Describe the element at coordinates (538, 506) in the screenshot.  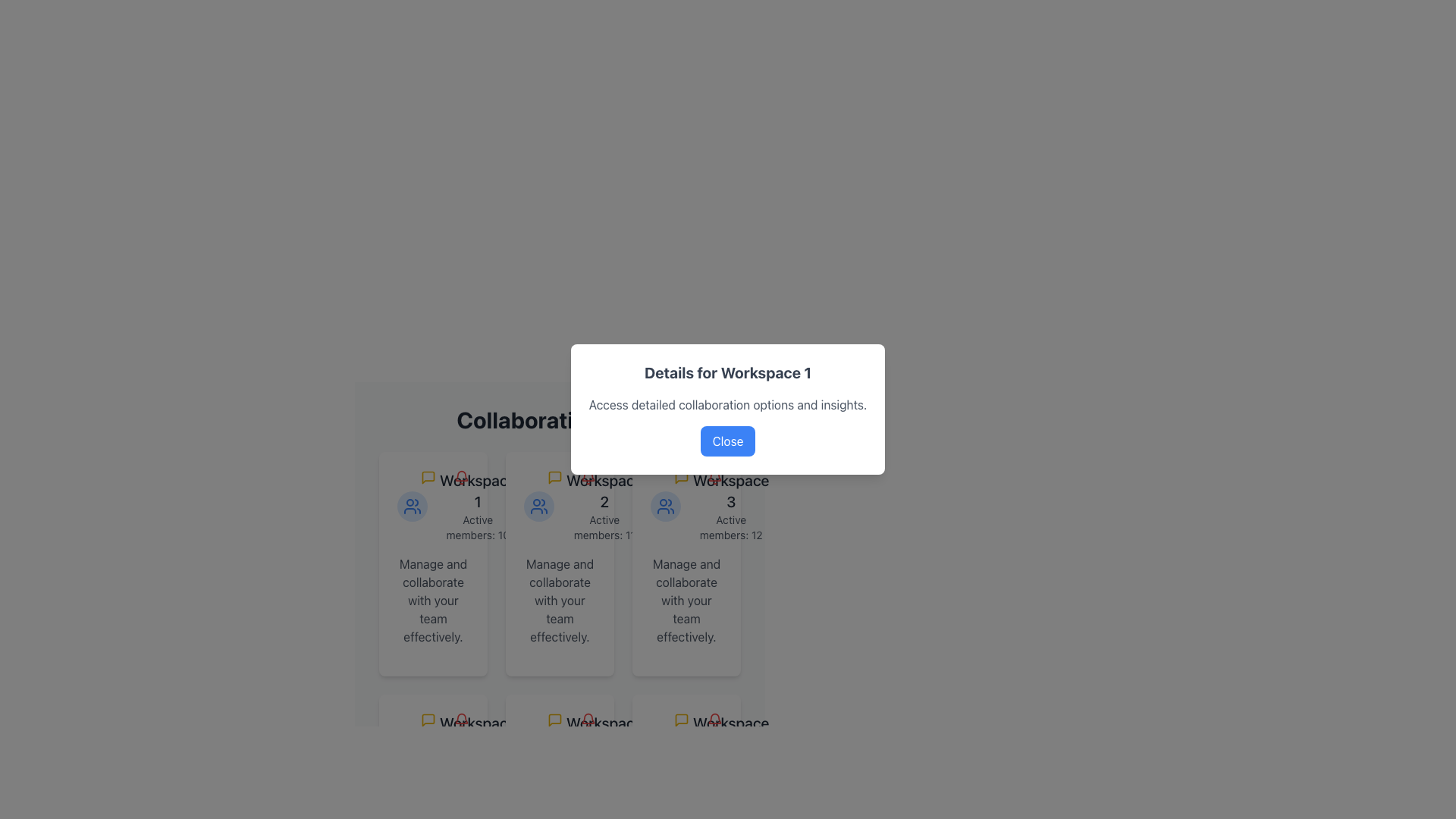
I see `the circular blue icon with white user figures in the 'Workspace 2' section, located above the text 'Workspace 2' and 'Active members: 11'` at that location.